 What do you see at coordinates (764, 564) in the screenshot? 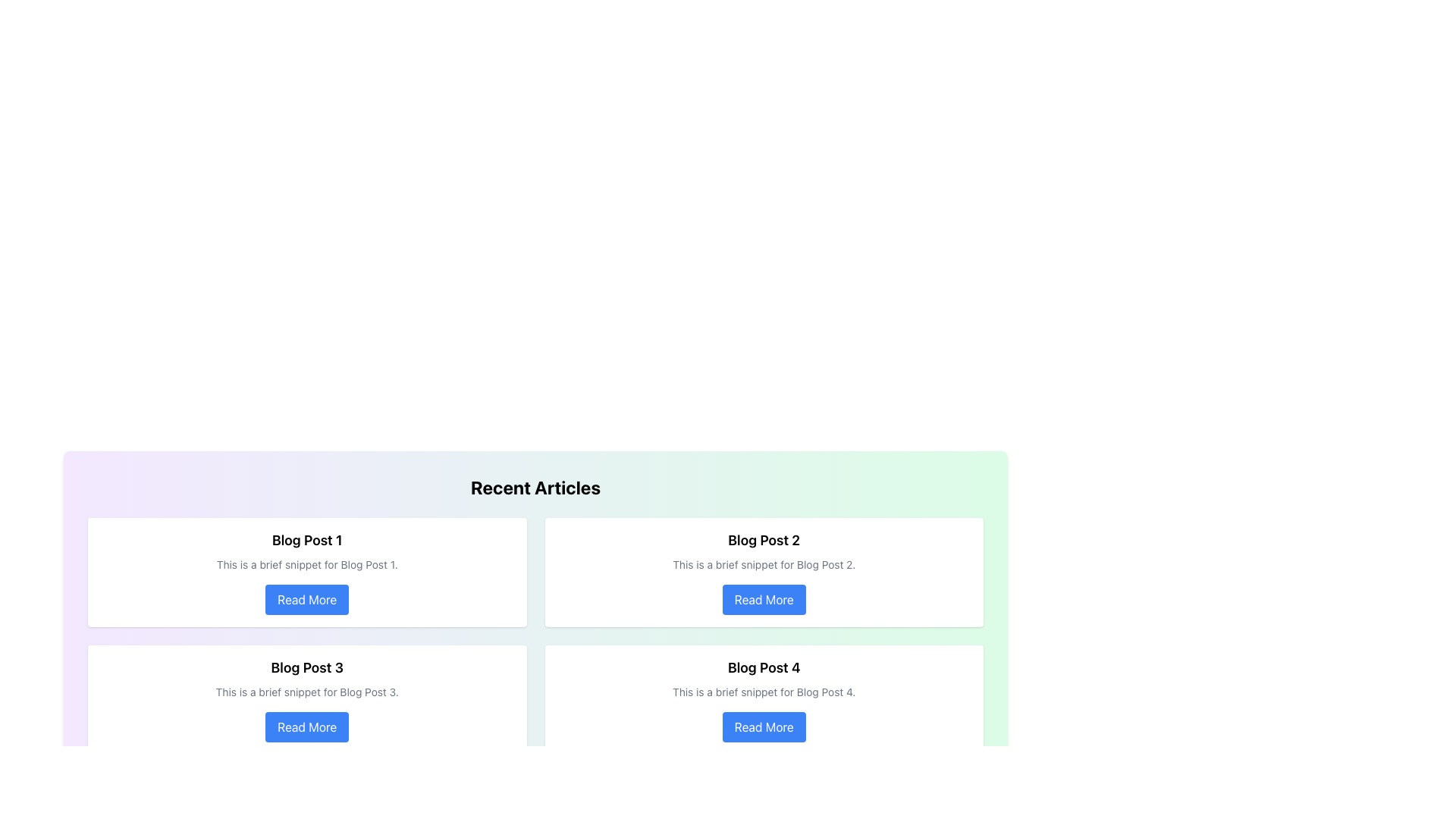
I see `the text element providing a brief description for 'Blog Post 2', which is located below the title and above the 'Read More' button in the card layout` at bounding box center [764, 564].